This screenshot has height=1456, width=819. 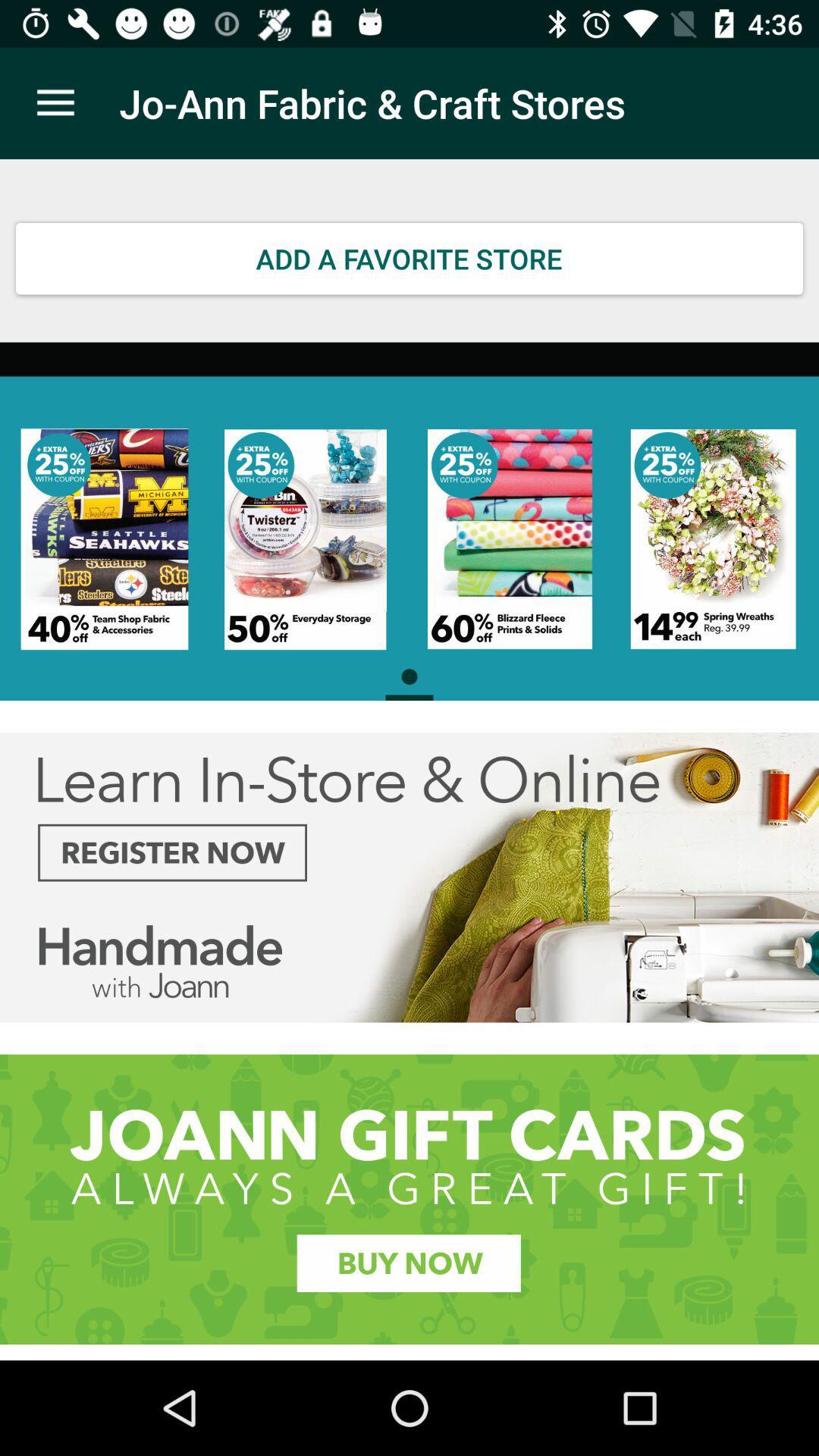 What do you see at coordinates (409, 521) in the screenshot?
I see `the item below the add a favorite` at bounding box center [409, 521].